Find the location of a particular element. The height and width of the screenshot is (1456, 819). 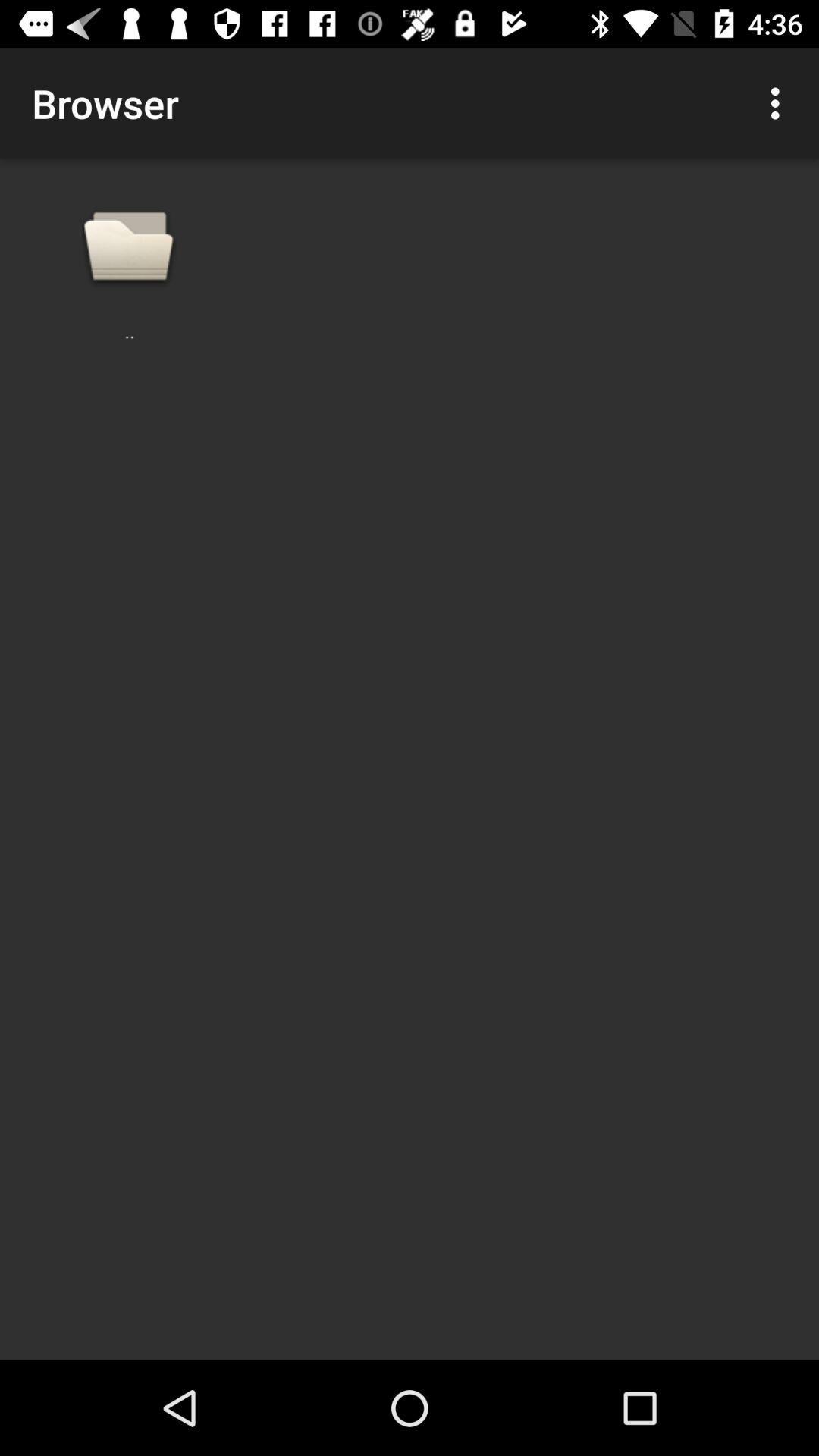

item to the right of the browser icon is located at coordinates (779, 102).